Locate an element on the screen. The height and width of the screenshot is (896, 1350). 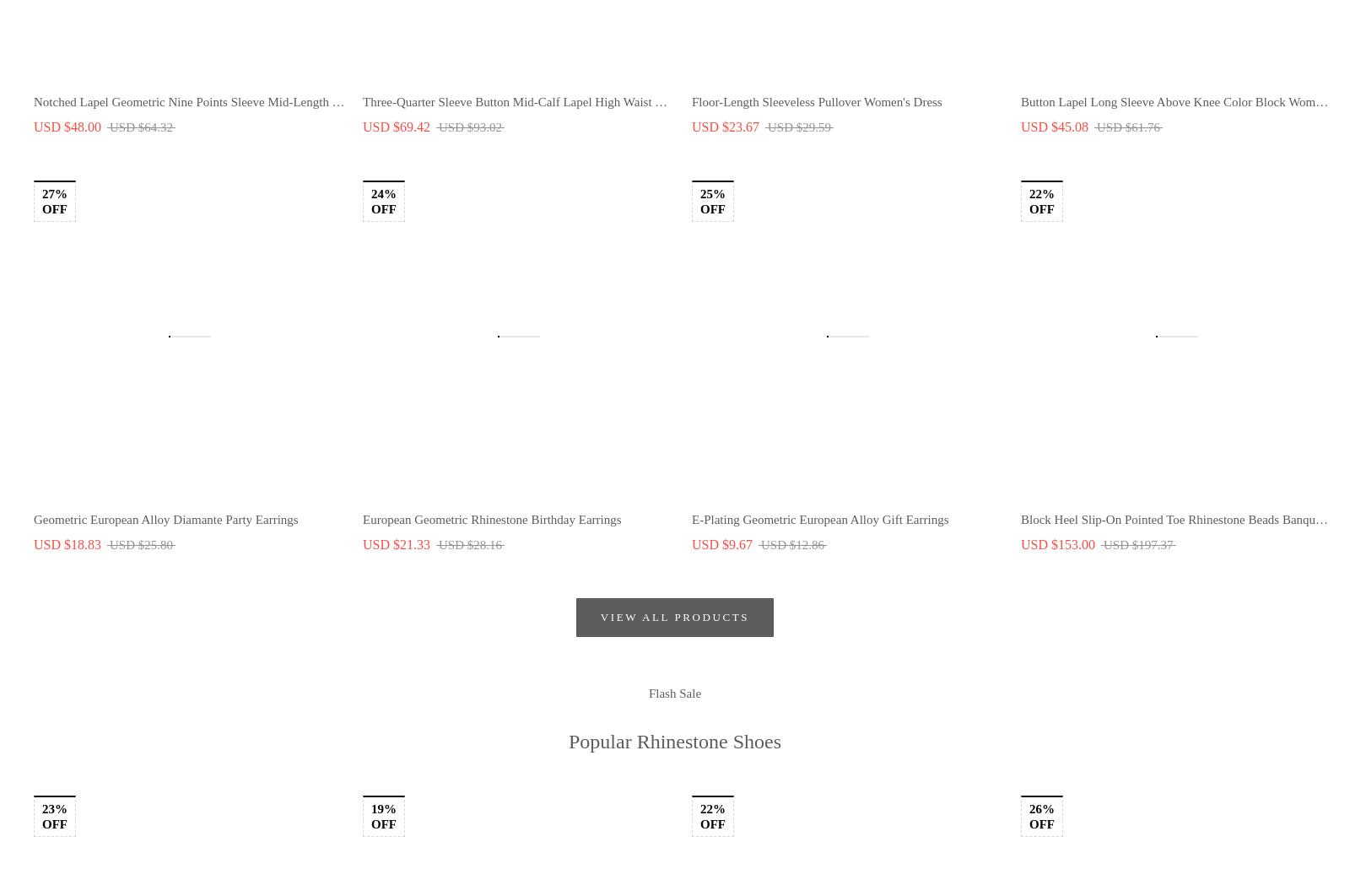
'Be the first to experience new products, special deals, exclusive content, events and more!' is located at coordinates (621, 375).